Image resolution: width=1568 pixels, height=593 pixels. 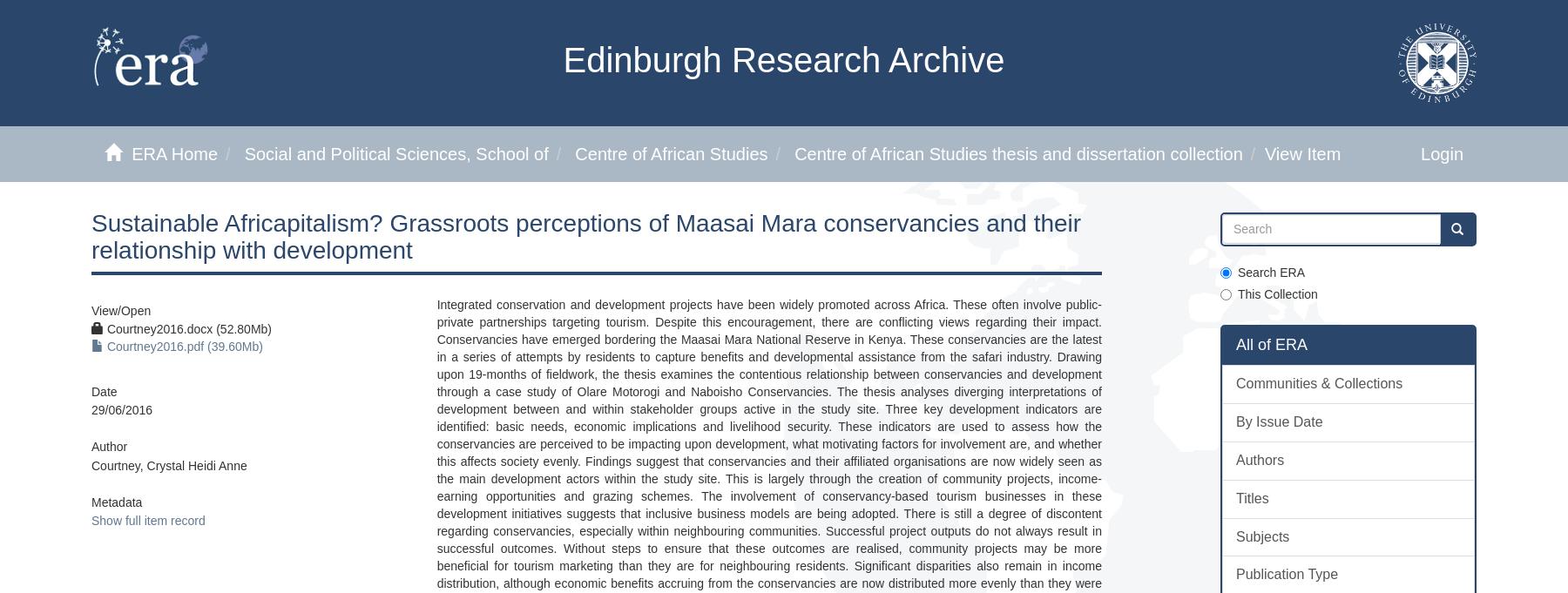 What do you see at coordinates (586, 235) in the screenshot?
I see `'Sustainable Africapitalism? Grassroots perceptions of Maasai Mara conservancies and their relationship with development'` at bounding box center [586, 235].